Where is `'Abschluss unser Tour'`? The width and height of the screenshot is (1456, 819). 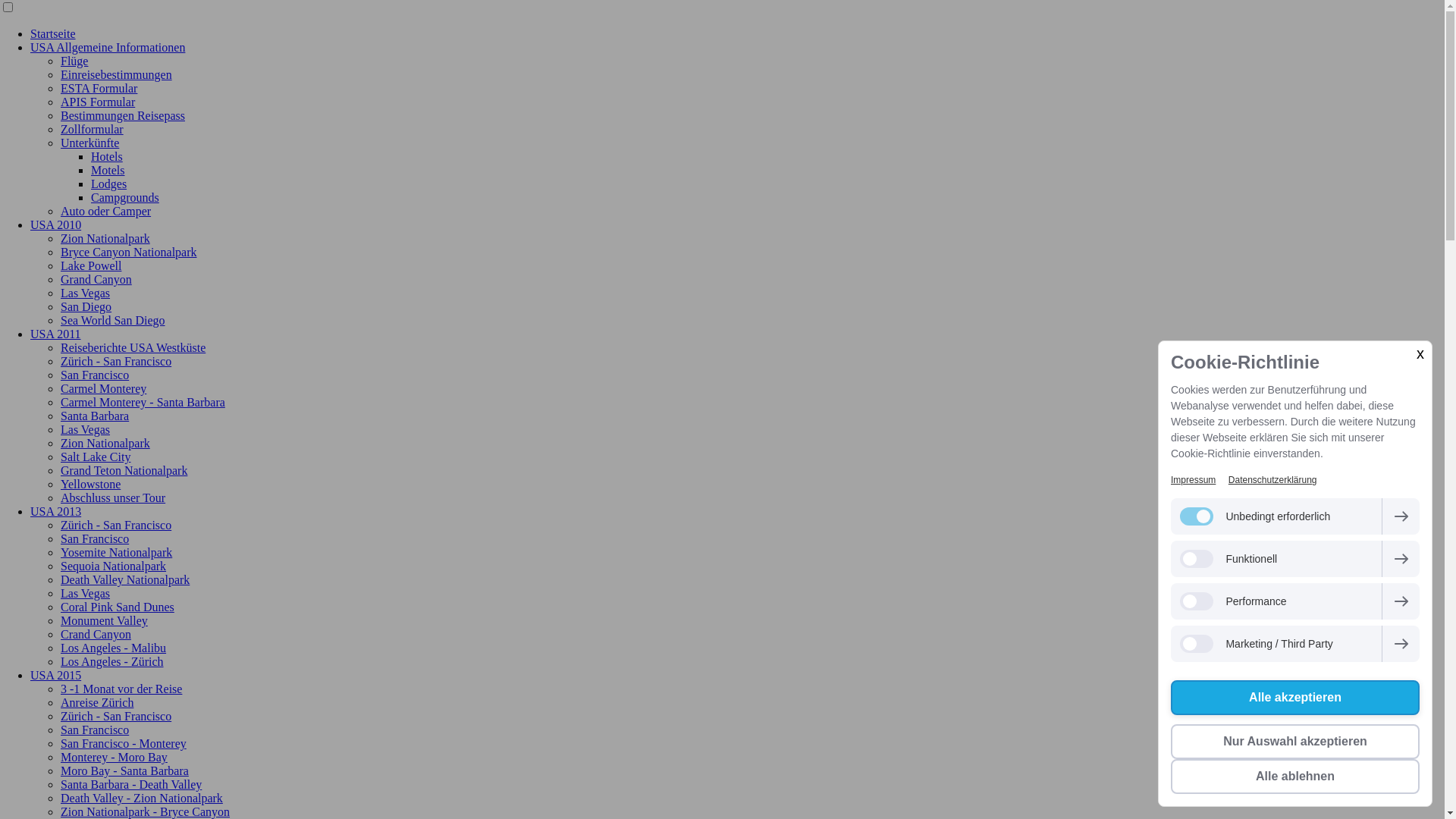
'Abschluss unser Tour' is located at coordinates (61, 497).